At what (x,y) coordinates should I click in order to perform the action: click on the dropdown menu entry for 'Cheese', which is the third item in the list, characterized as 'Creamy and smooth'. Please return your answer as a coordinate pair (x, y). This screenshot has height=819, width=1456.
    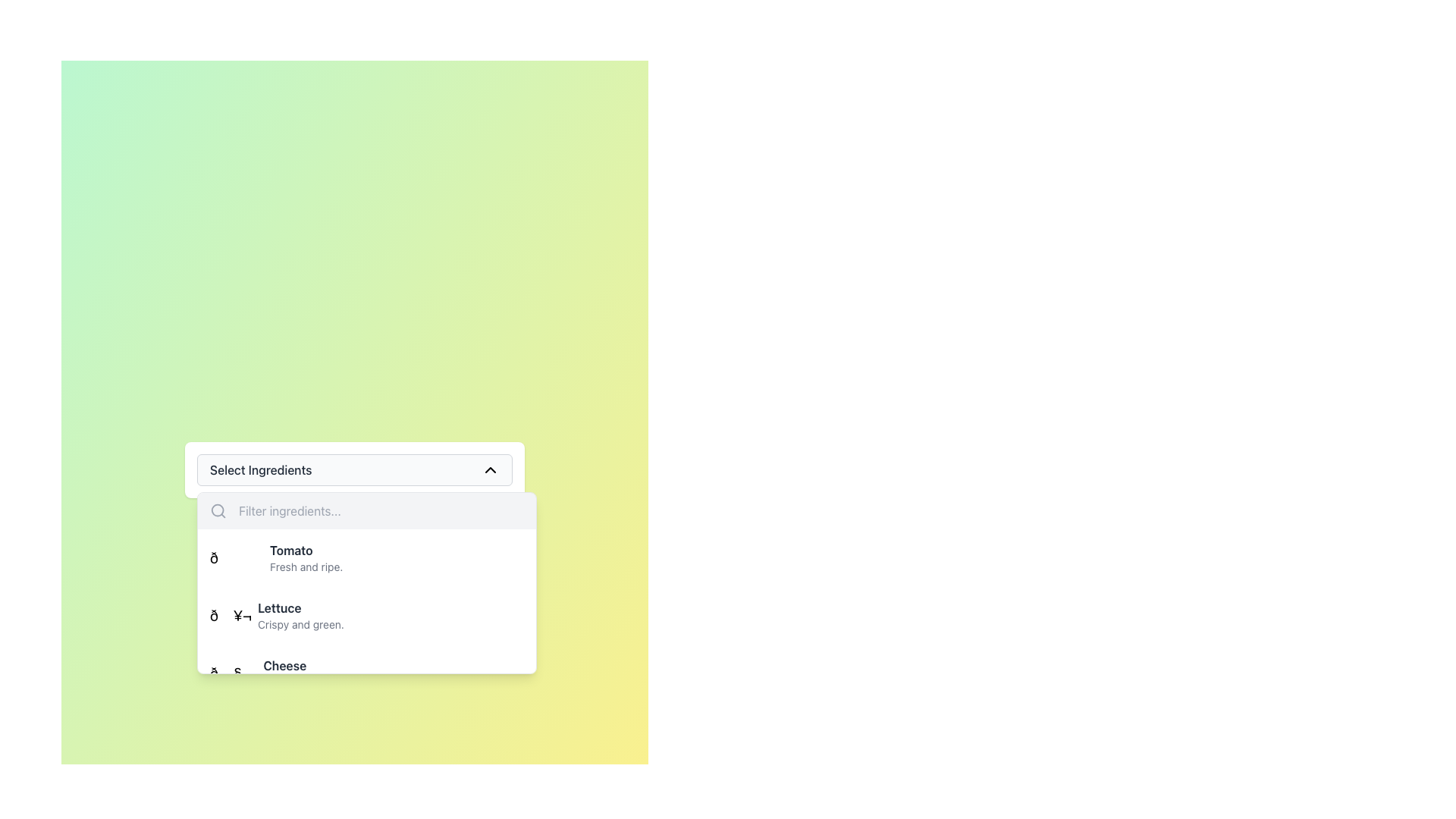
    Looking at the image, I should click on (367, 672).